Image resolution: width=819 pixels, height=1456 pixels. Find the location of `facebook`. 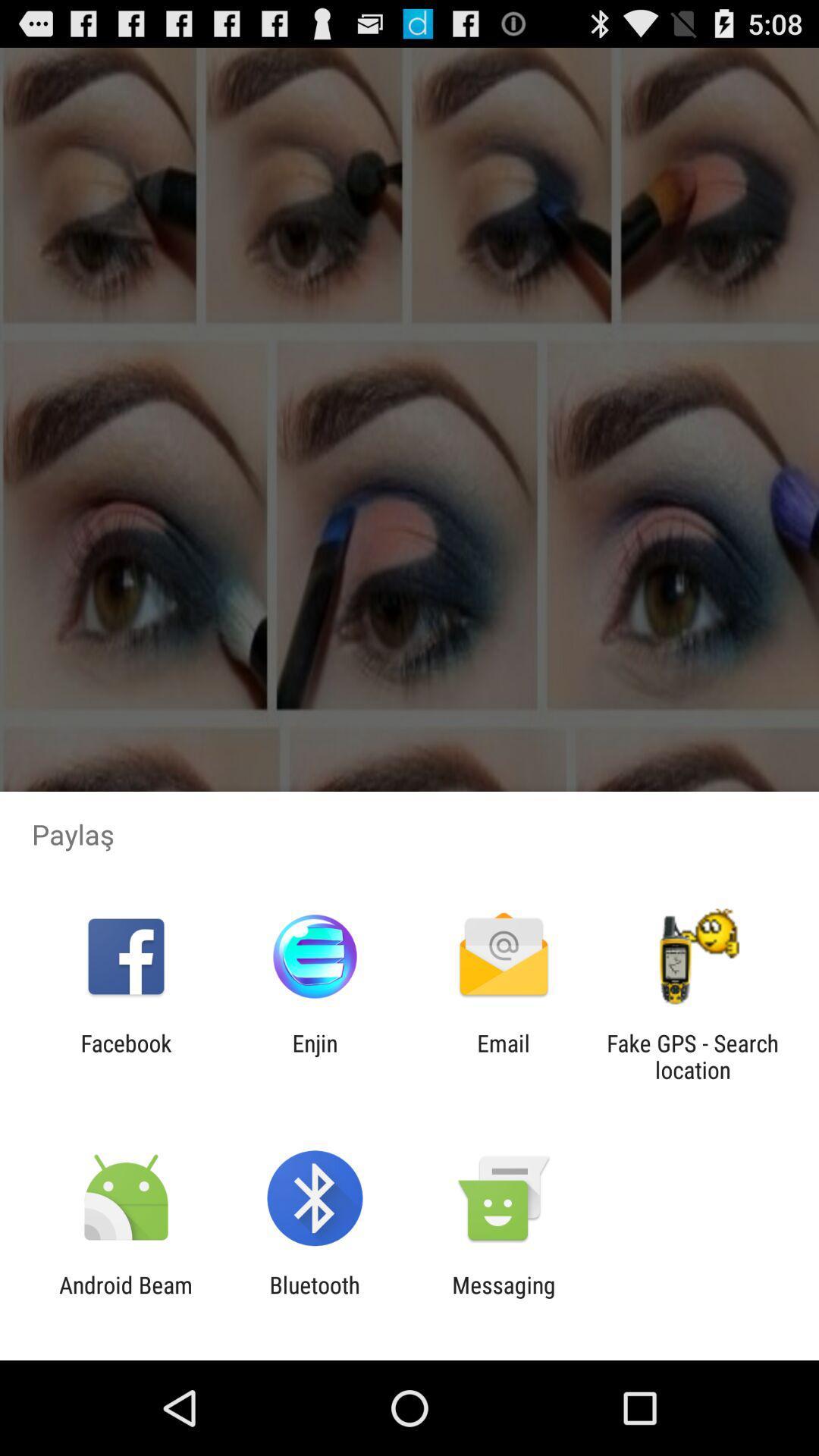

facebook is located at coordinates (125, 1056).